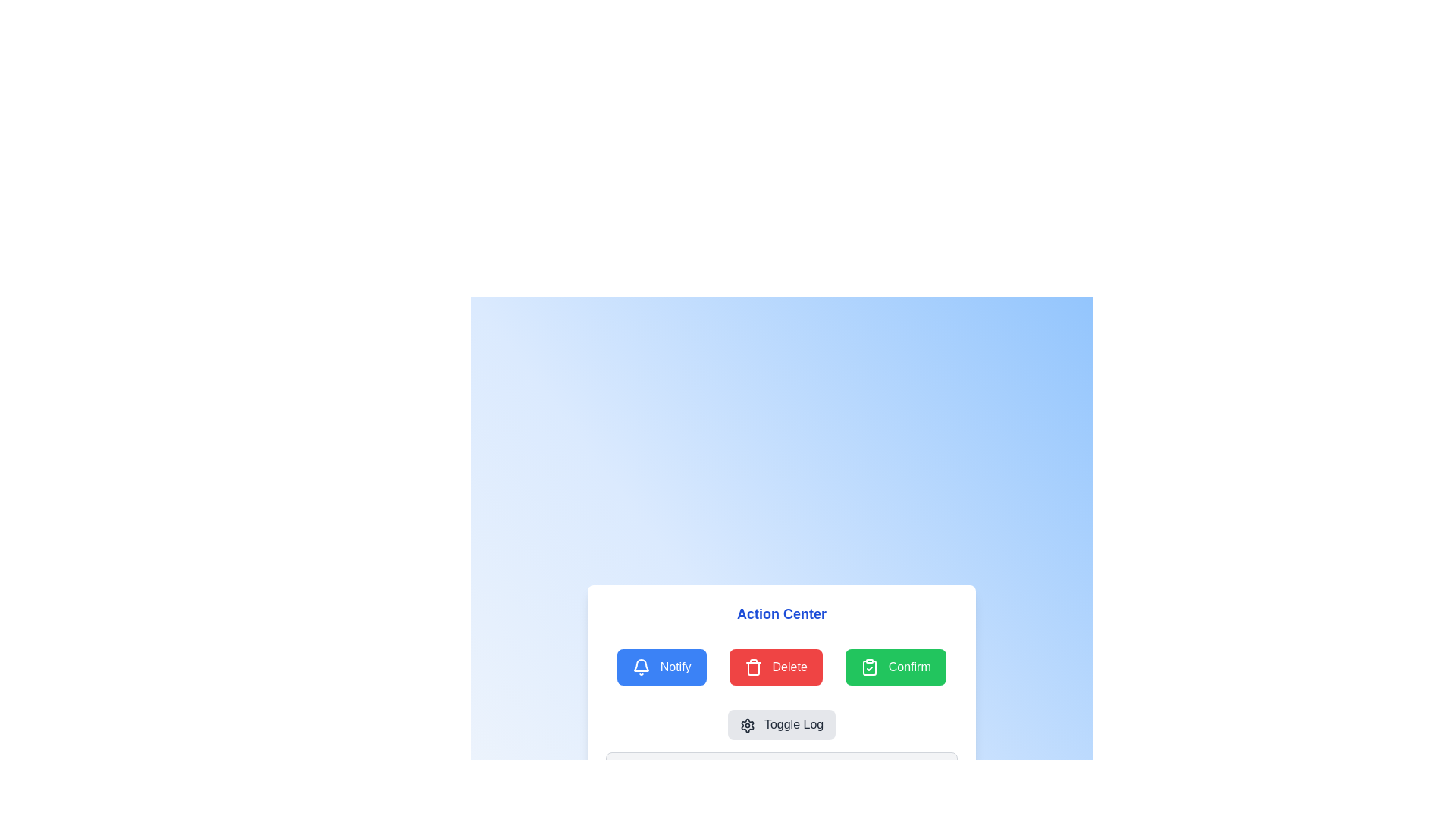 The image size is (1456, 819). What do you see at coordinates (754, 668) in the screenshot?
I see `the trash can icon within the 'Delete' button located in the central action bar of the interface` at bounding box center [754, 668].